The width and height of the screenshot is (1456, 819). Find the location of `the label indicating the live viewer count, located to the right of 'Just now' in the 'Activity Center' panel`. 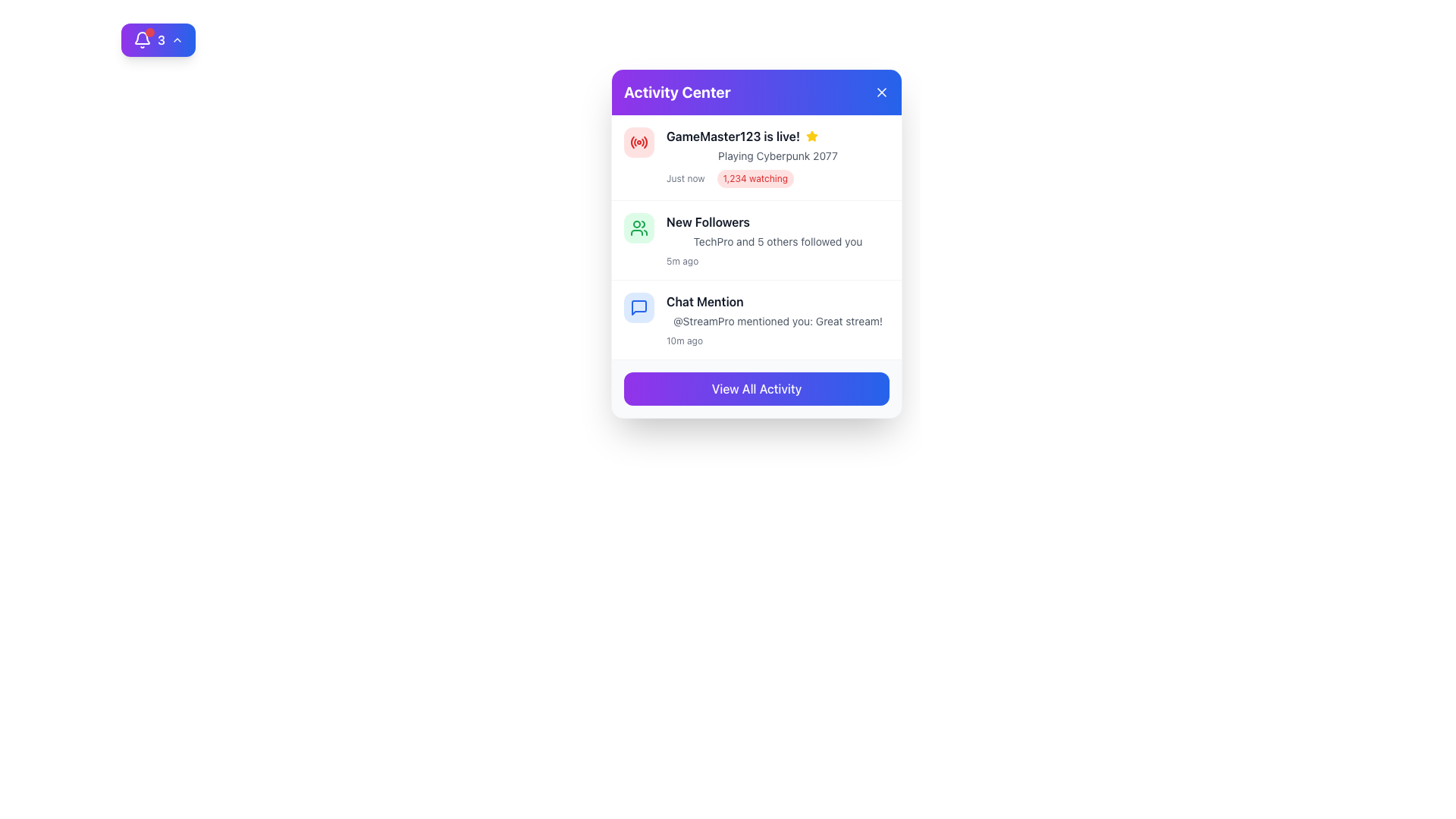

the label indicating the live viewer count, located to the right of 'Just now' in the 'Activity Center' panel is located at coordinates (755, 177).